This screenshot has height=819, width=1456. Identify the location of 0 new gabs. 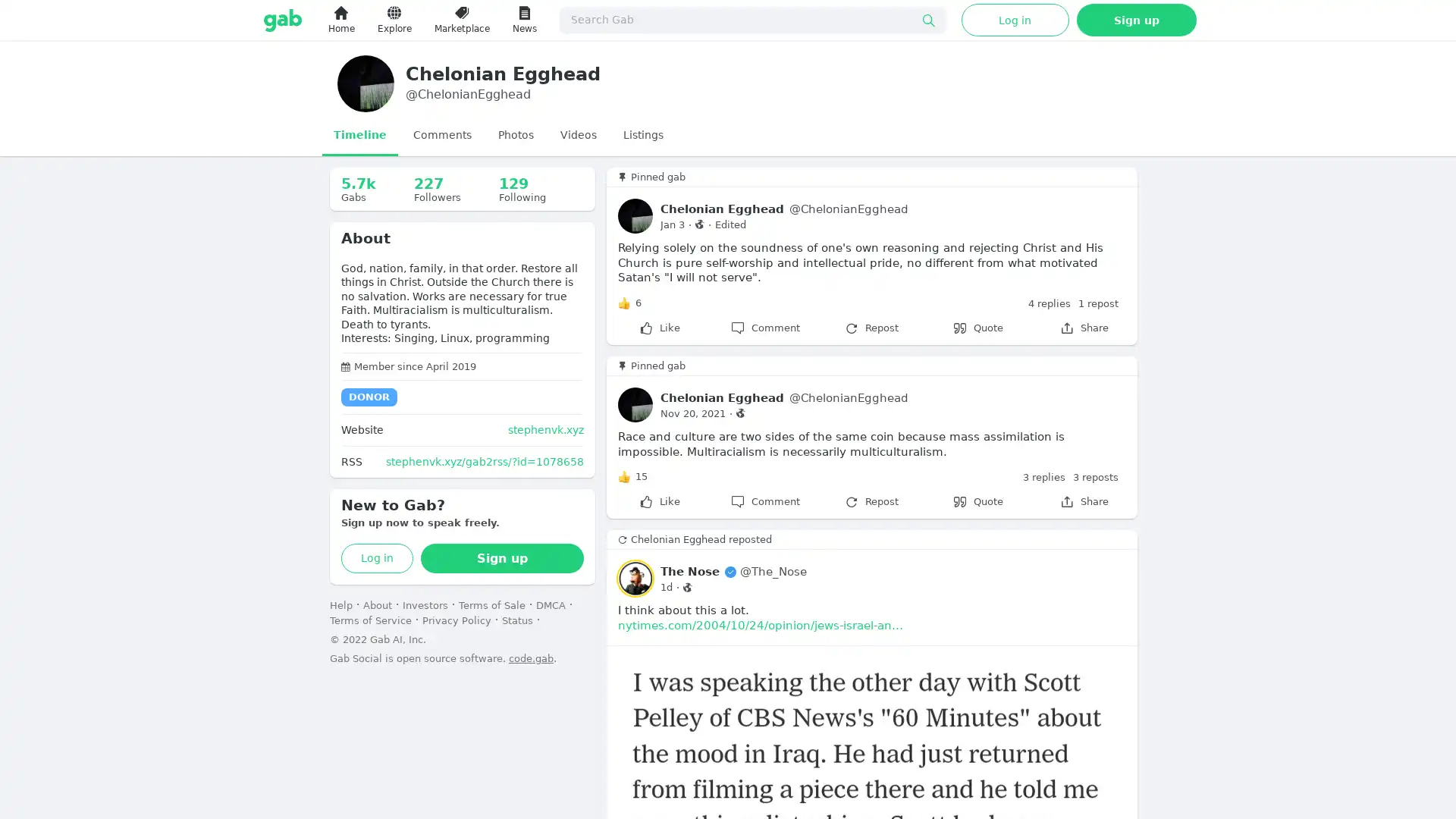
(872, 166).